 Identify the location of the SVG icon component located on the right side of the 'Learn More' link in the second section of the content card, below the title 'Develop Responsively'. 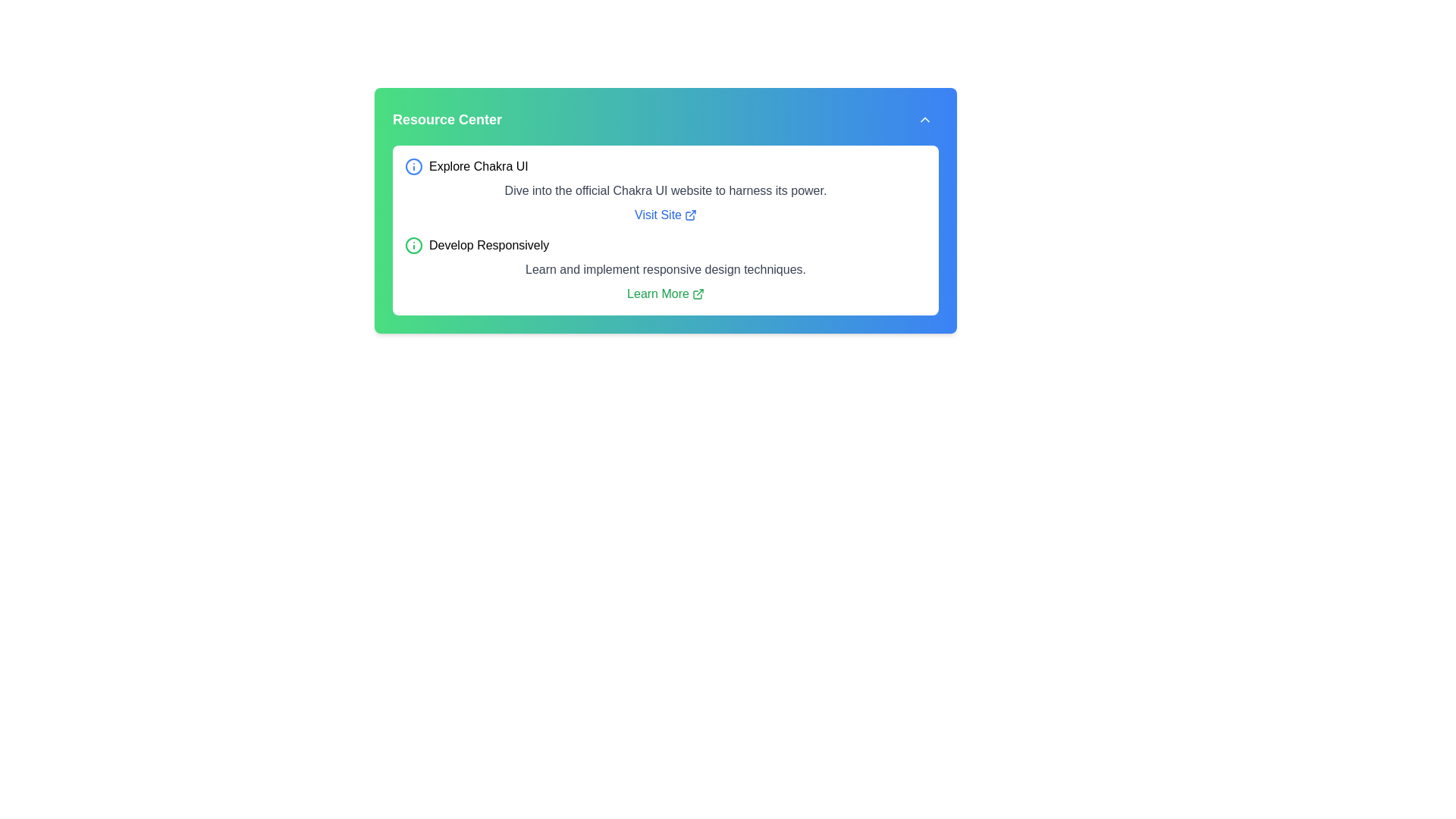
(696, 295).